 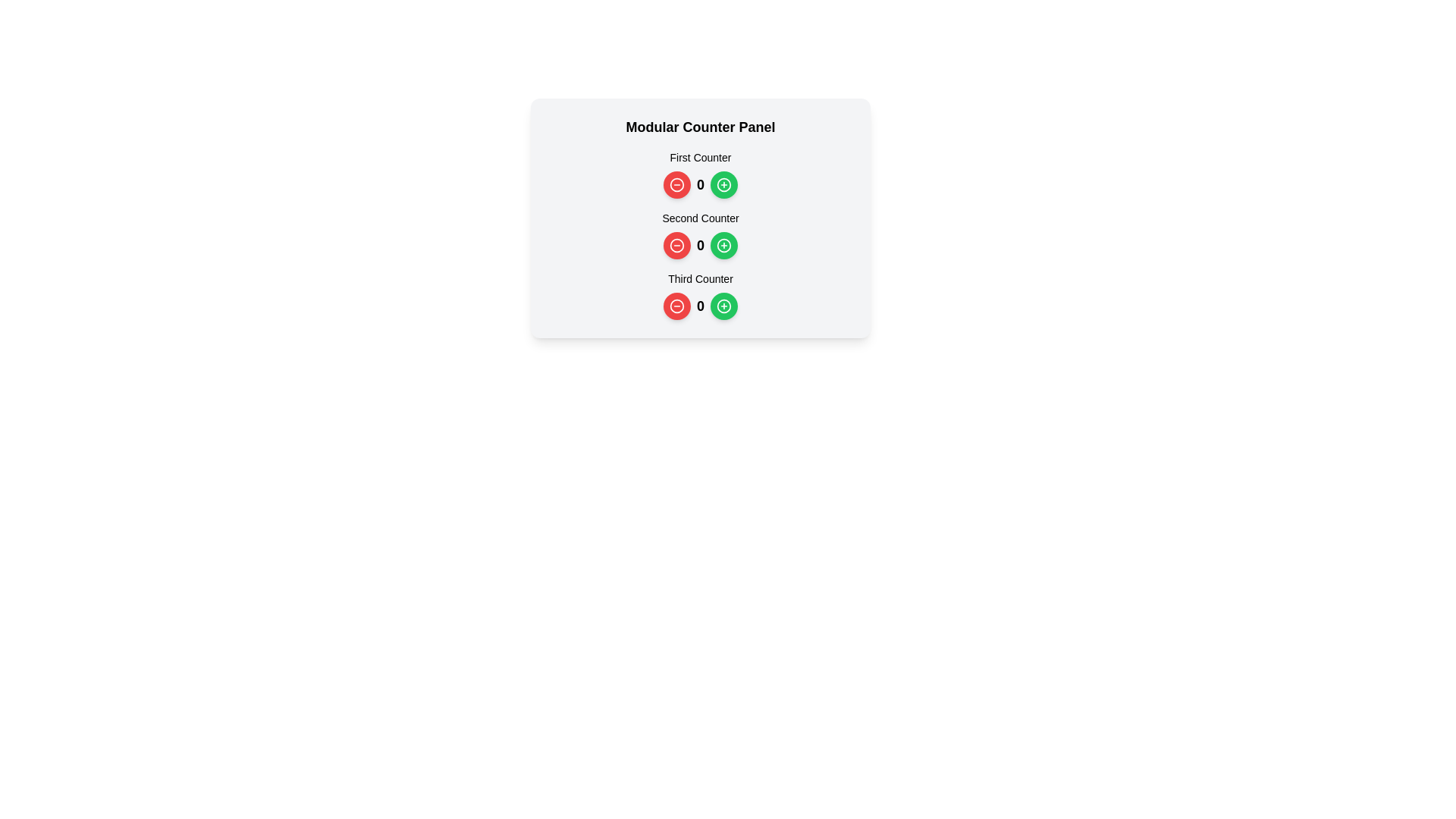 I want to click on the increment button of the 'Third Counter' UI Component to increase the count, so click(x=700, y=295).